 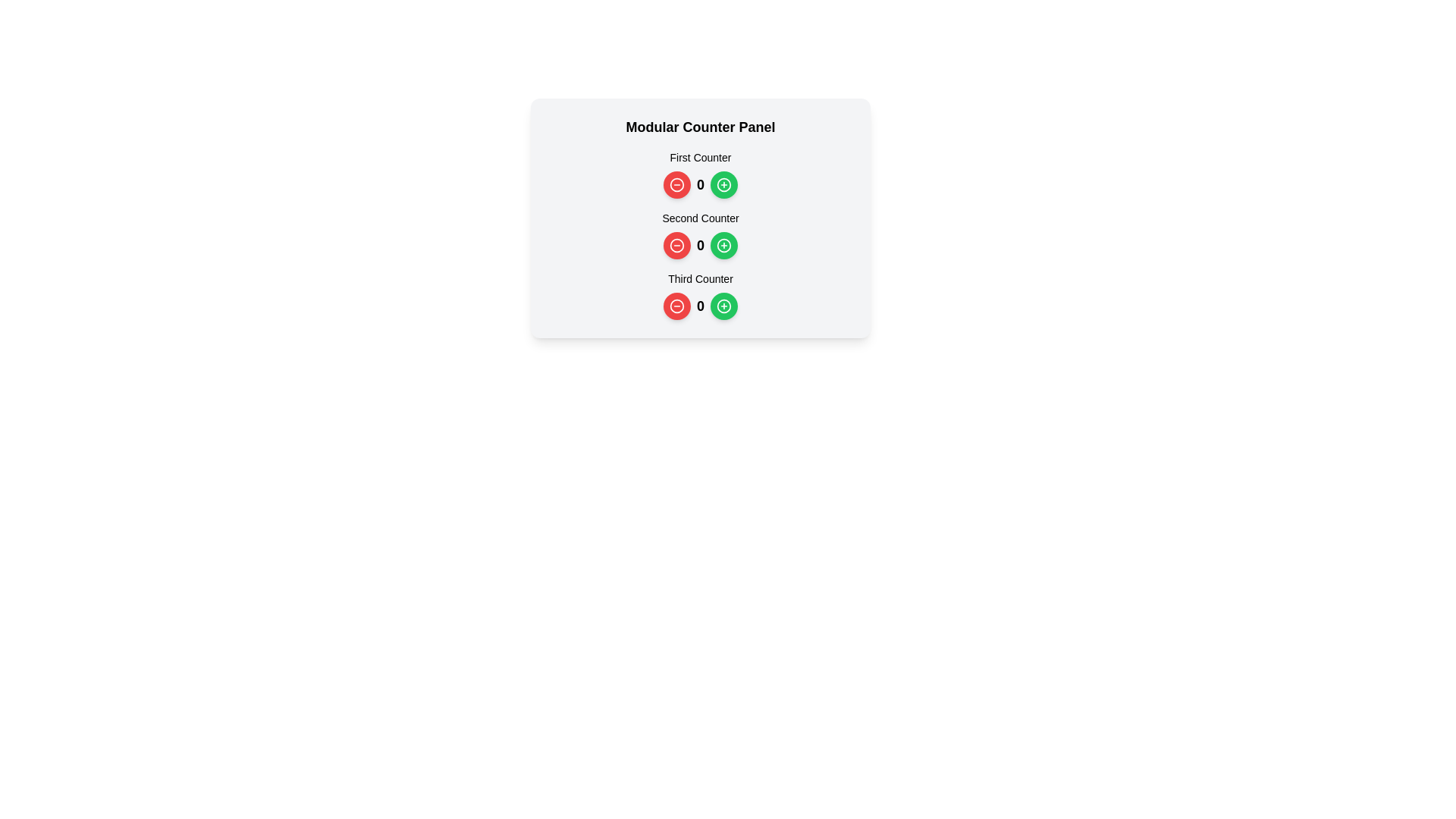 I want to click on the increment button of the 'Third Counter' UI Component to increase the count, so click(x=700, y=295).